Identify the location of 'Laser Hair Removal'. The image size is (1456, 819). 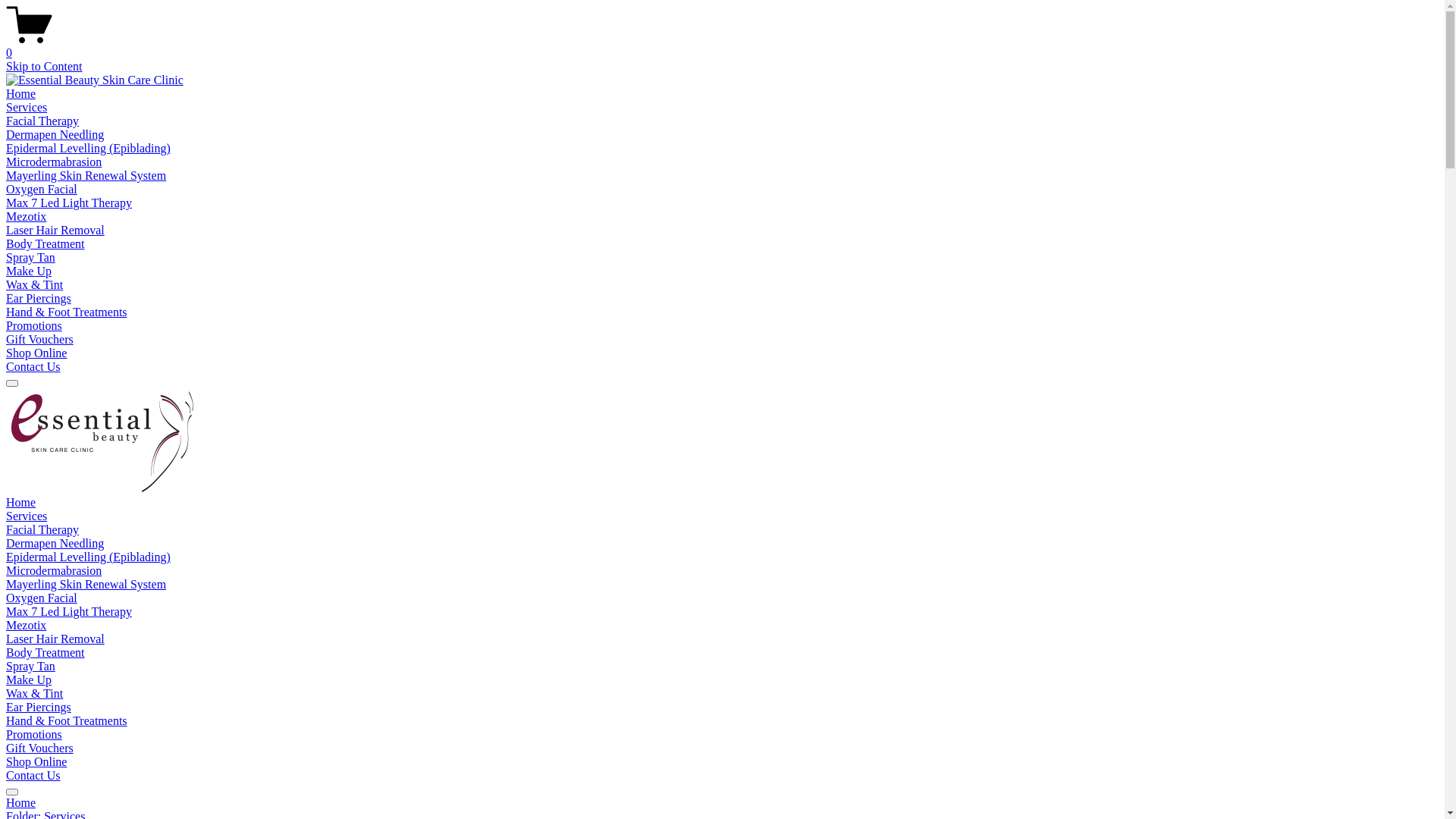
(55, 639).